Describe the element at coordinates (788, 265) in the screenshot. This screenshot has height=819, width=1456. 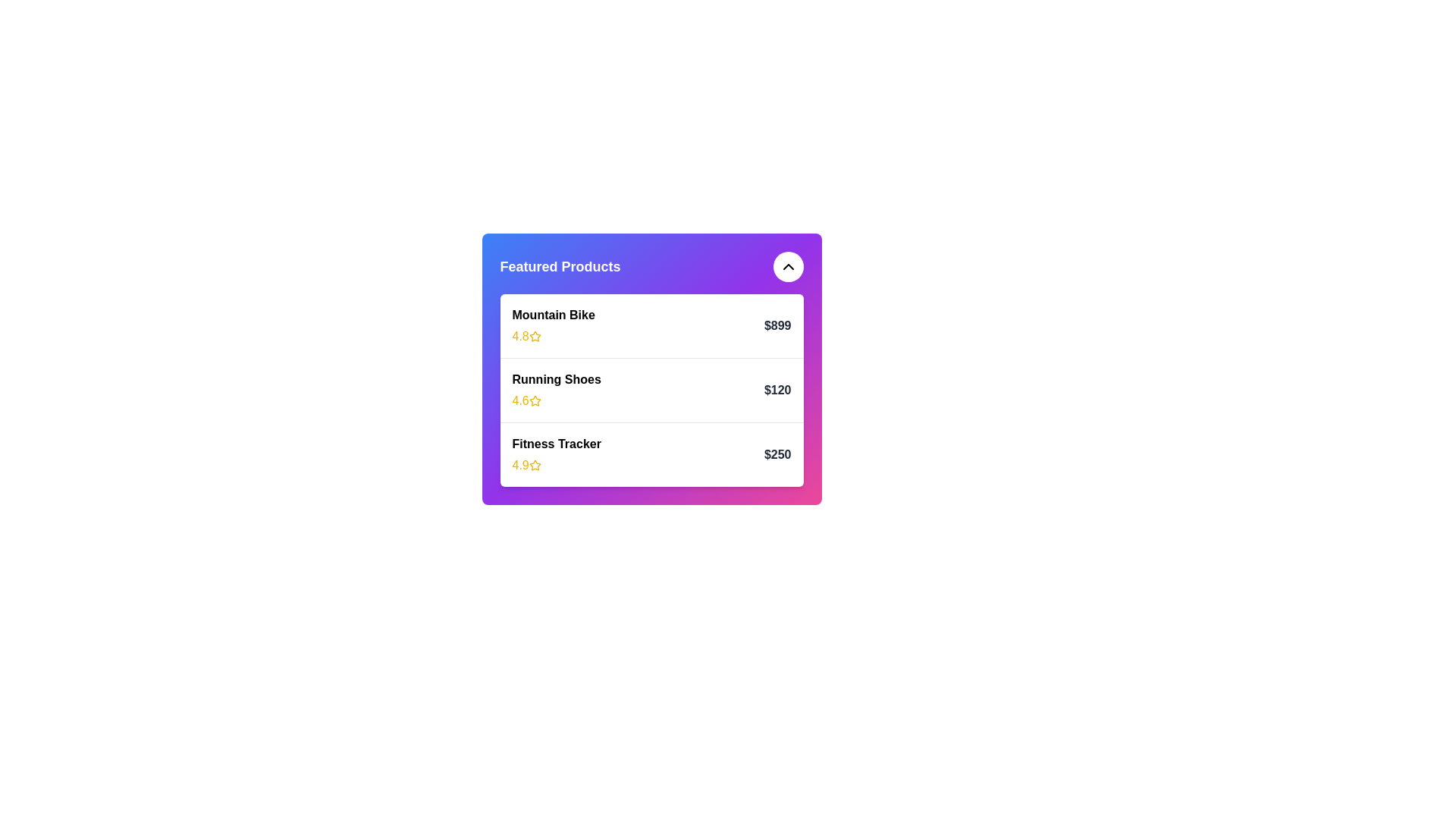
I see `the upward scrolling button located in the top-right corner of the 'Featured Products' section` at that location.